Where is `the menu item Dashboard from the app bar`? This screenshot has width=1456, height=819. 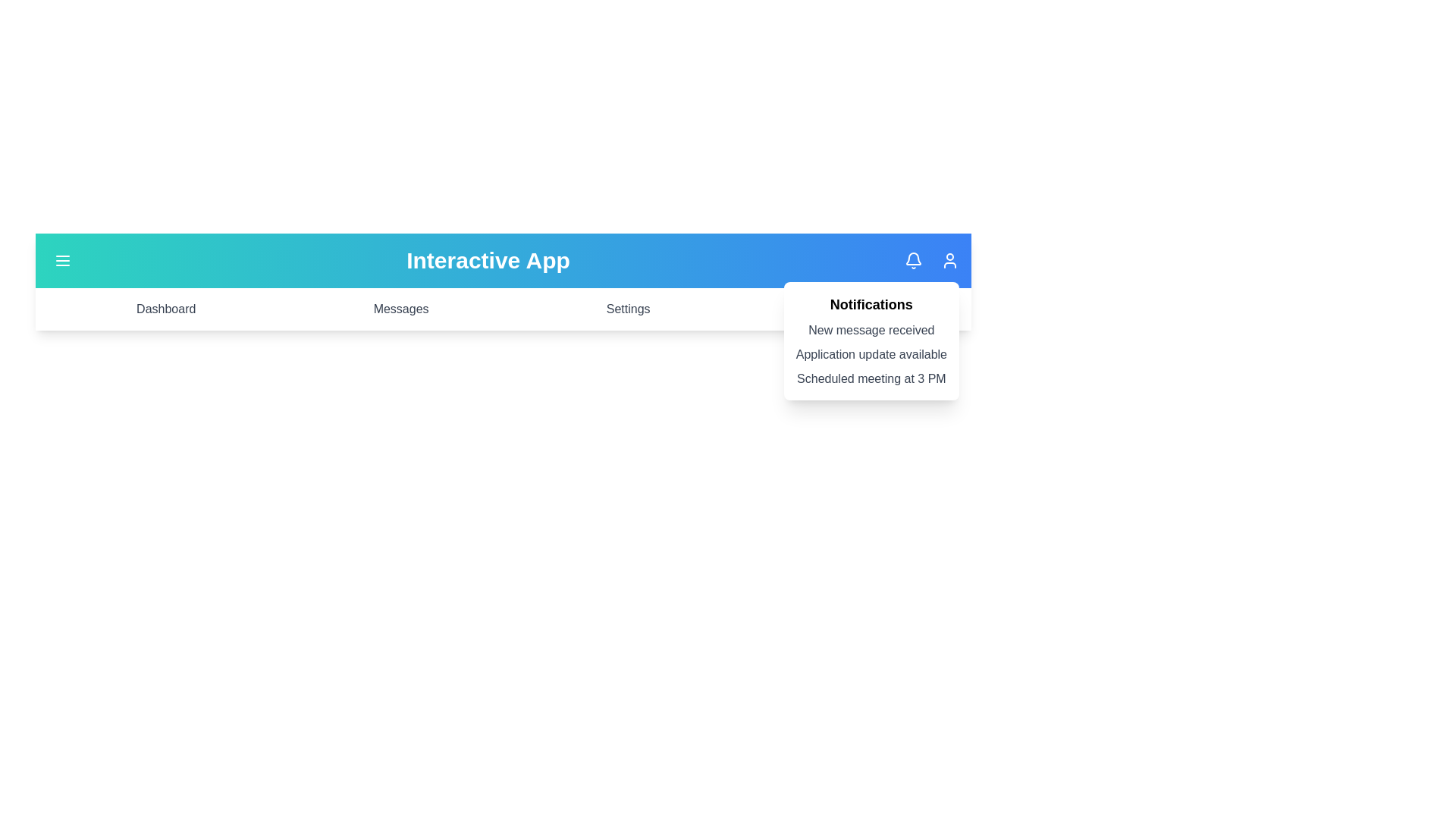 the menu item Dashboard from the app bar is located at coordinates (166, 309).